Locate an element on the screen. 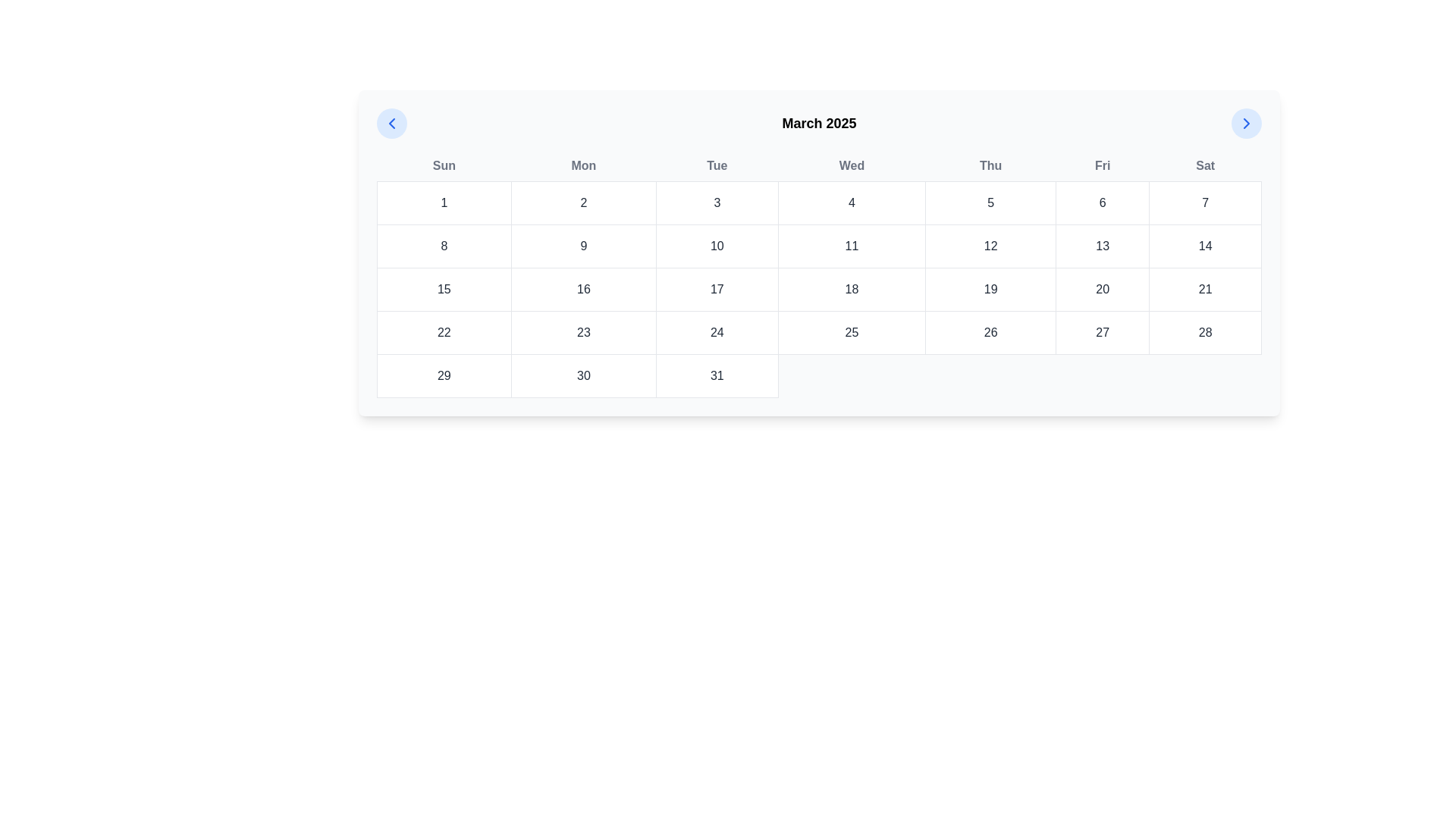 The width and height of the screenshot is (1456, 819). the calendar cell displaying the number '30' is located at coordinates (582, 375).